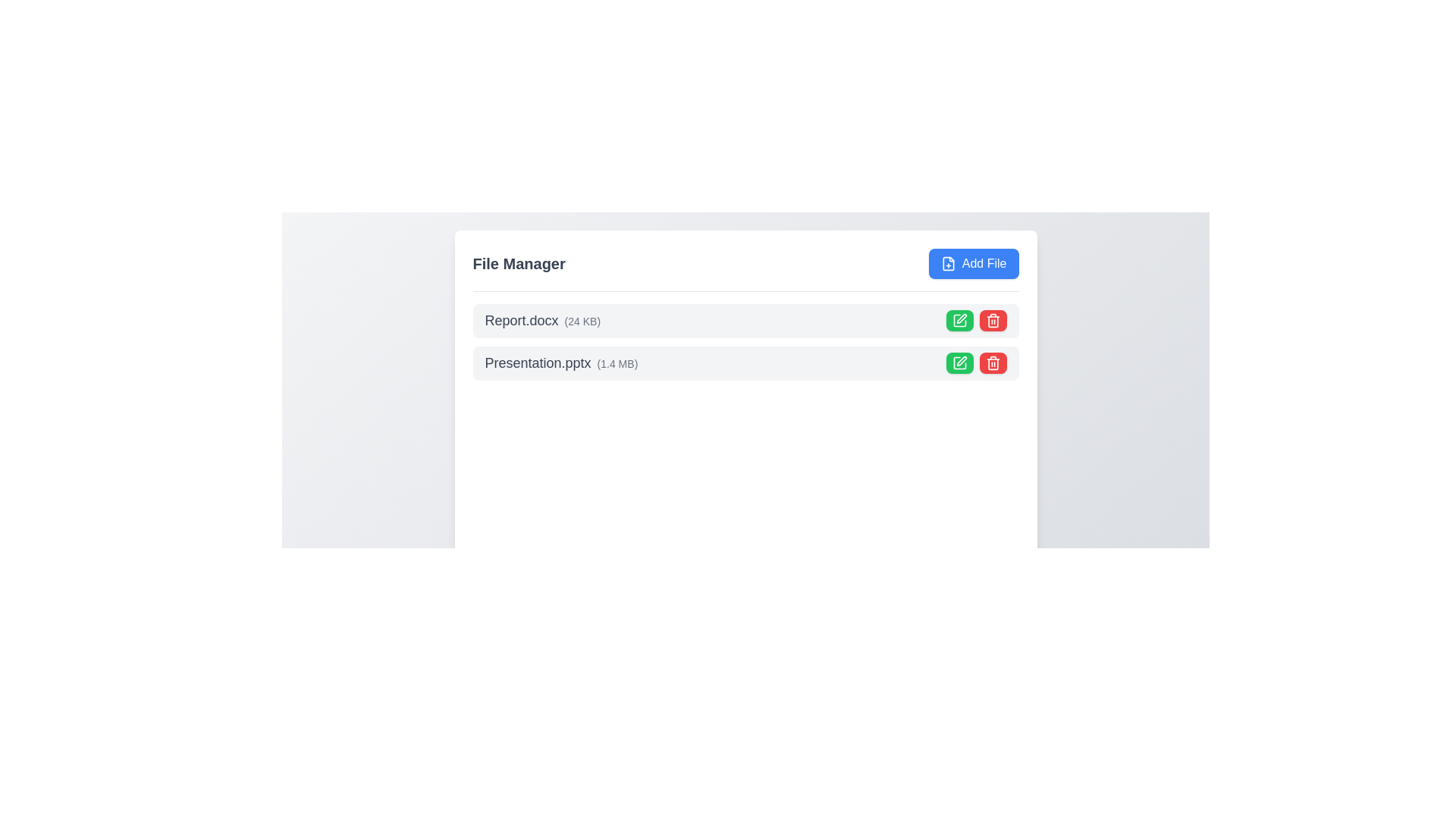 Image resolution: width=1456 pixels, height=819 pixels. What do you see at coordinates (959, 362) in the screenshot?
I see `the green pen icon button associated with the 'Presentation.pptx' file entry to initiate editing` at bounding box center [959, 362].